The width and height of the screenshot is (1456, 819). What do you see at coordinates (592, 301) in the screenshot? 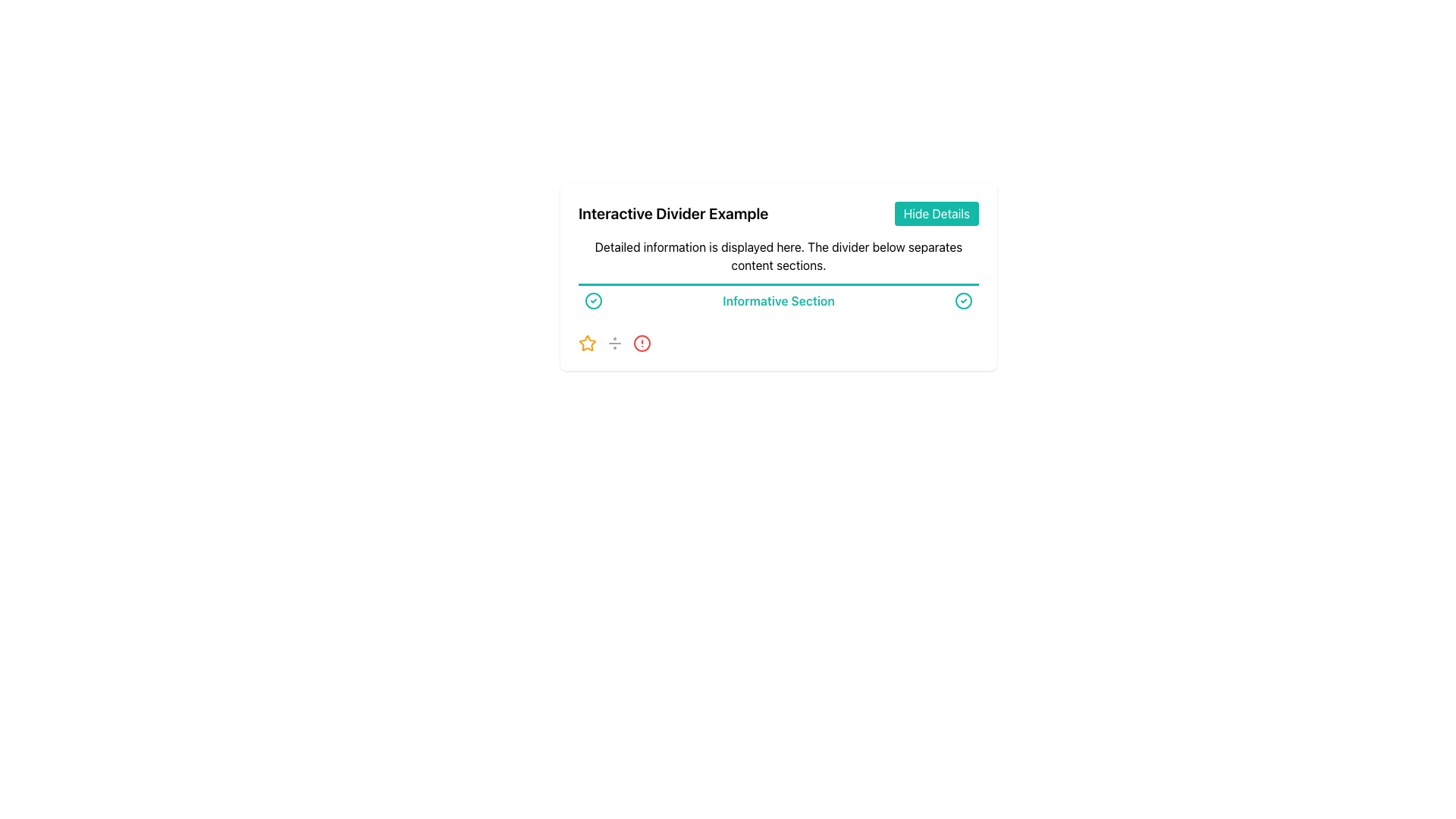
I see `the decorative SVG Circle icon that indicates completed or correct statuses, located to the right of the 'Informative Section' label in the toolbar at the bottom of the information card` at bounding box center [592, 301].